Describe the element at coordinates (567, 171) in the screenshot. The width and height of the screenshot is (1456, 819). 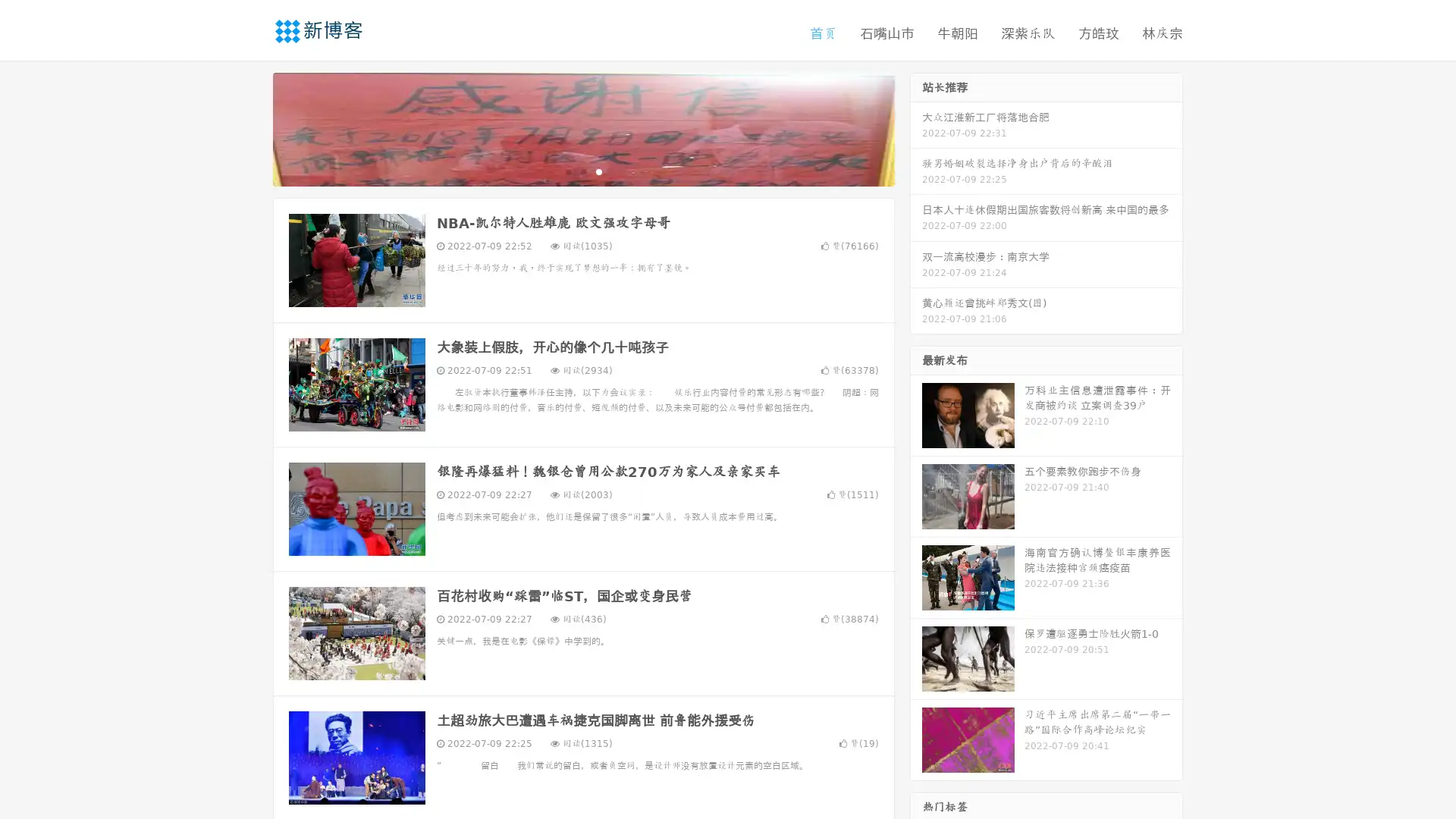
I see `Go to slide 1` at that location.